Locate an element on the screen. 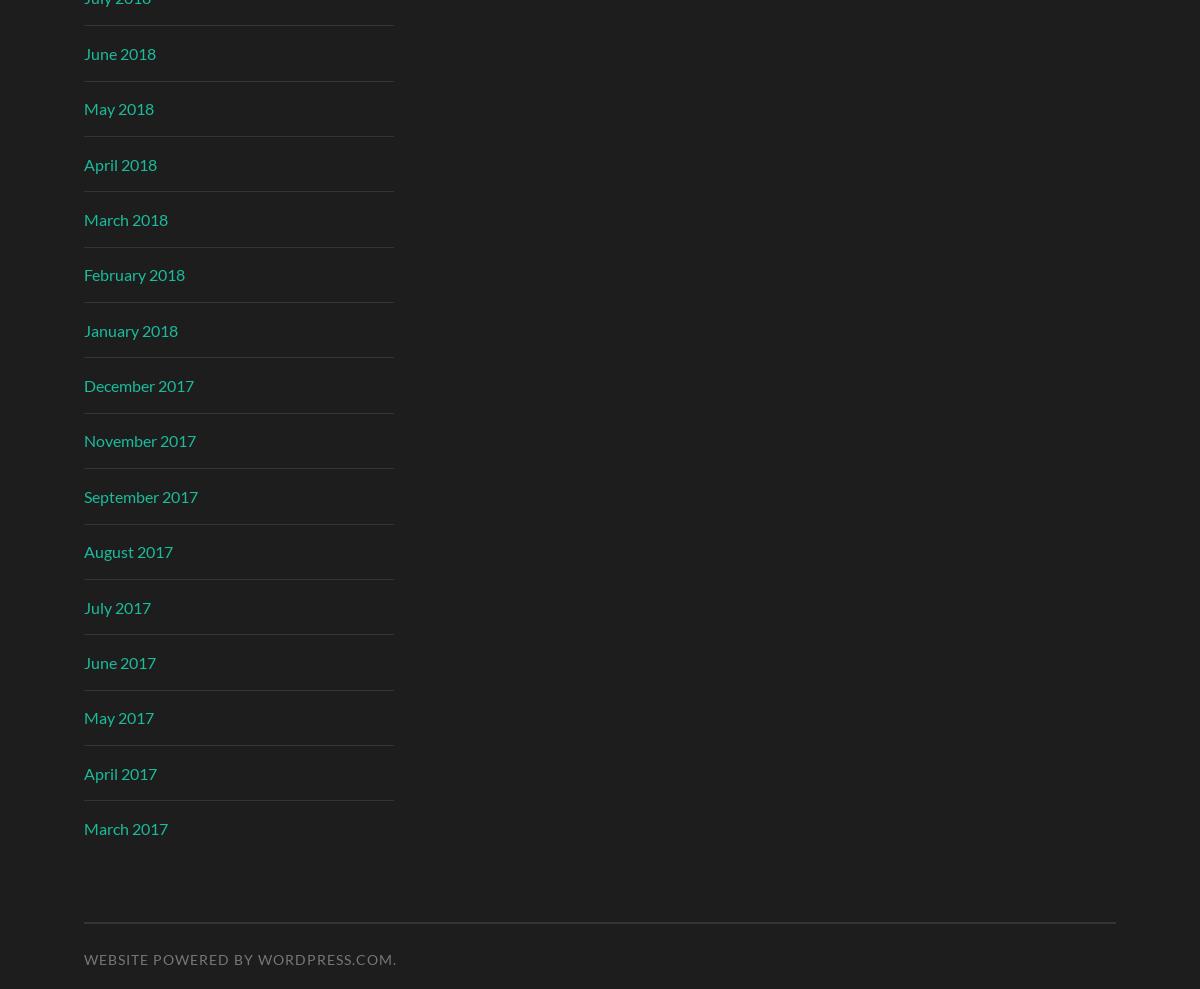  'March 2017' is located at coordinates (84, 828).